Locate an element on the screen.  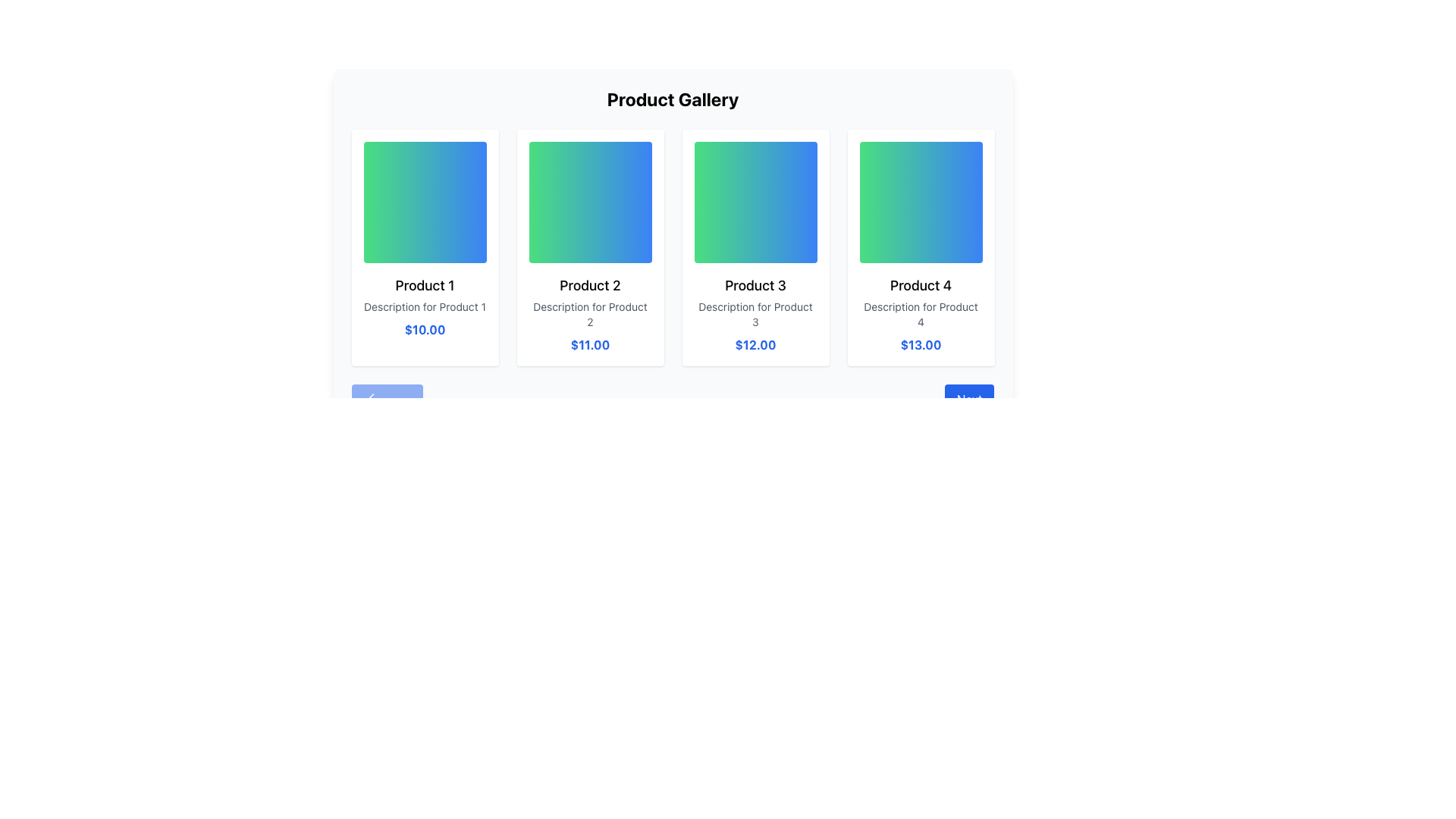
the price display text located at the bottom of the last product card in the horizontally aligned gallery for potential interaction is located at coordinates (920, 345).